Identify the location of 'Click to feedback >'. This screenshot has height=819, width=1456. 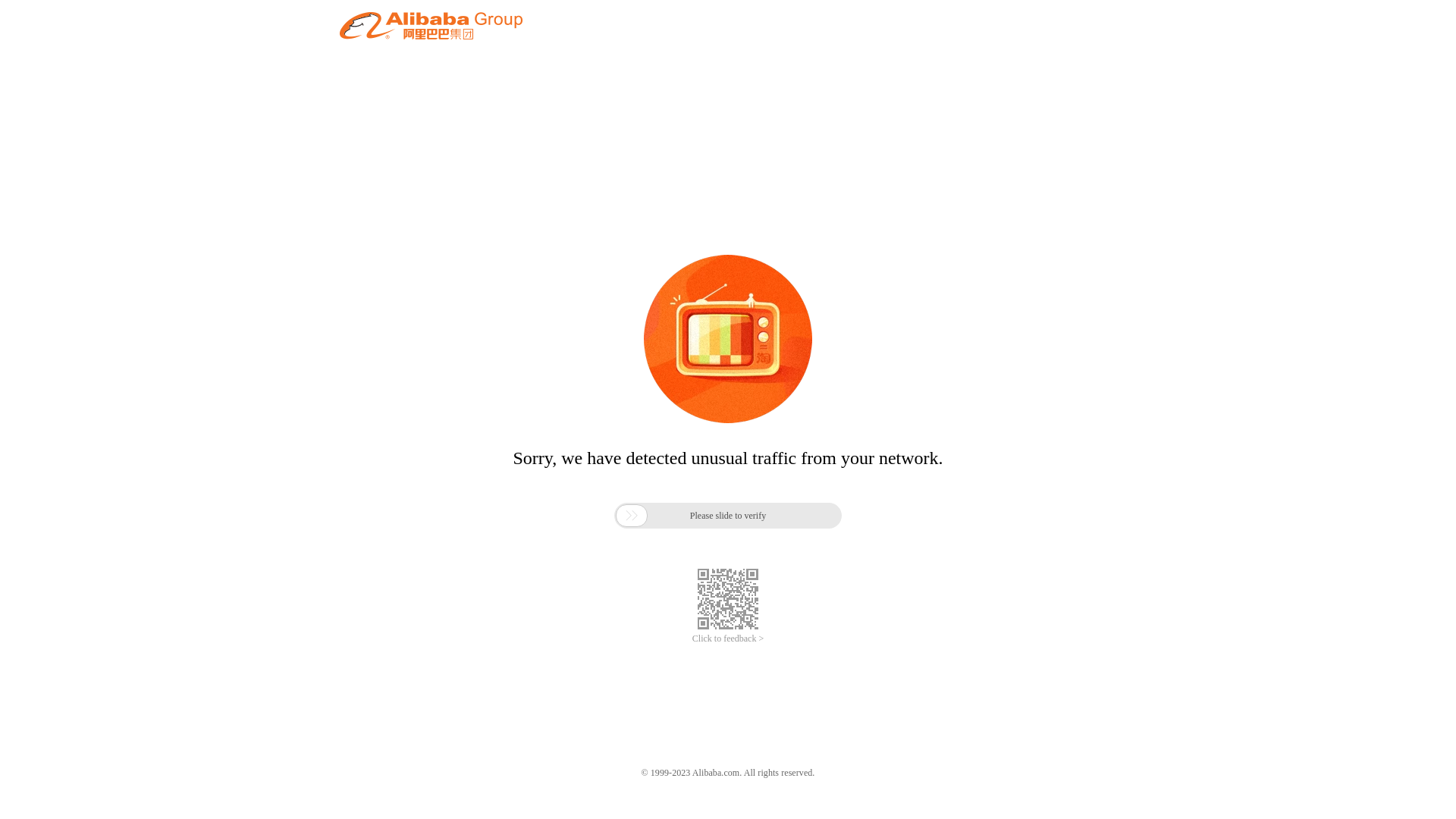
(691, 639).